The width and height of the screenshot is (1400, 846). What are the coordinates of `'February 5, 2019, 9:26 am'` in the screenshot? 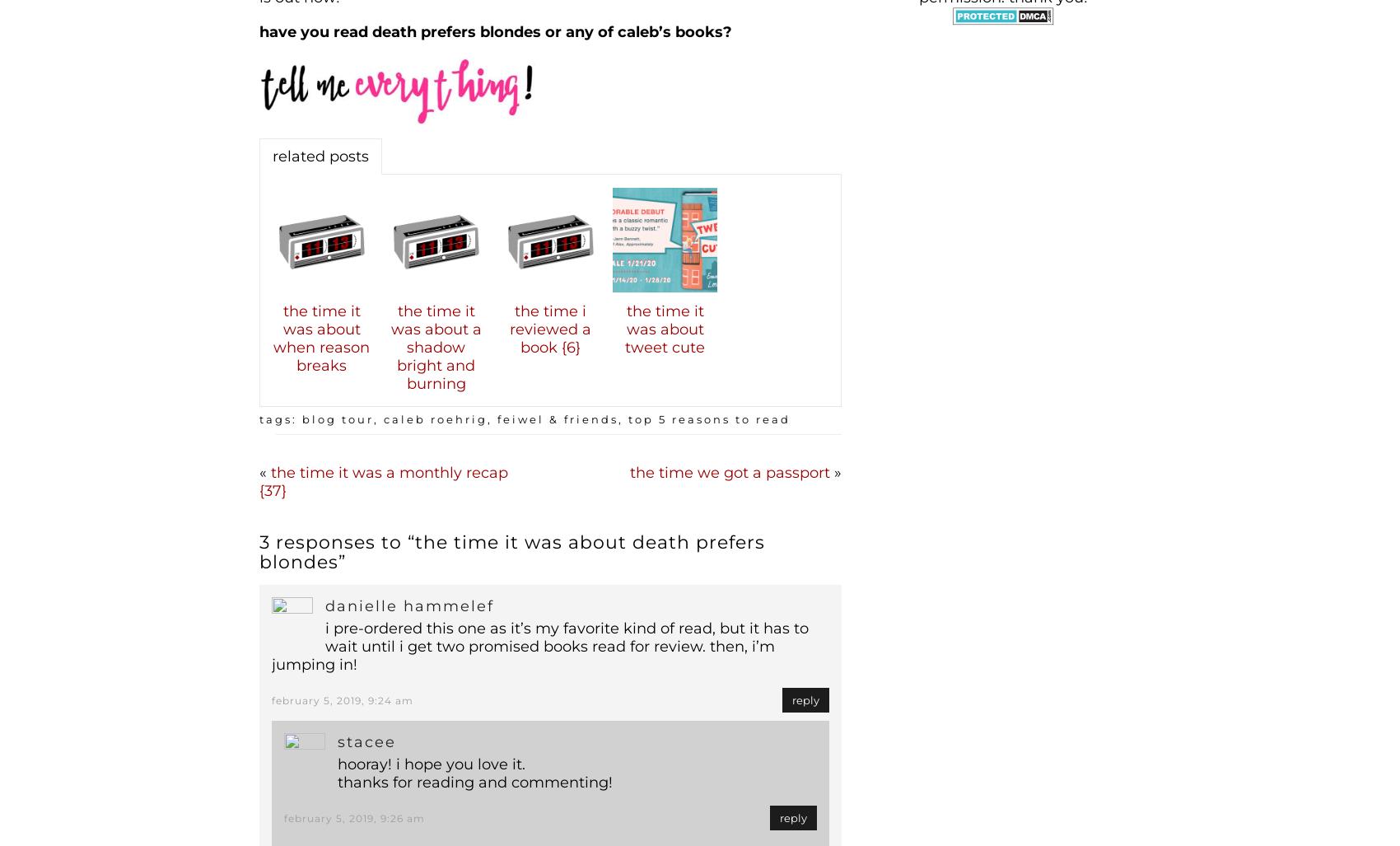 It's located at (354, 816).